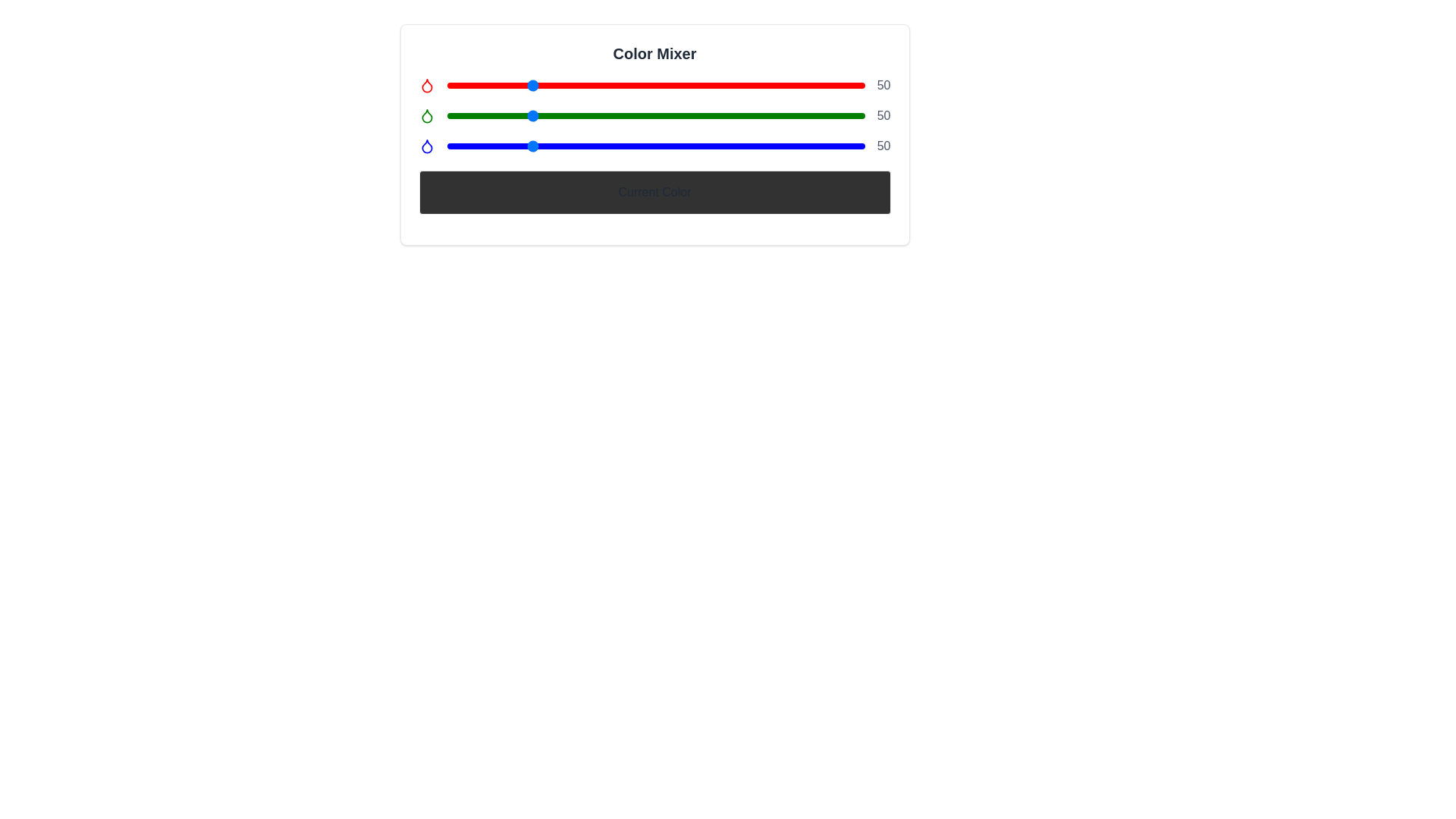 This screenshot has width=1456, height=819. Describe the element at coordinates (661, 146) in the screenshot. I see `the blue slider to set its value to 131` at that location.